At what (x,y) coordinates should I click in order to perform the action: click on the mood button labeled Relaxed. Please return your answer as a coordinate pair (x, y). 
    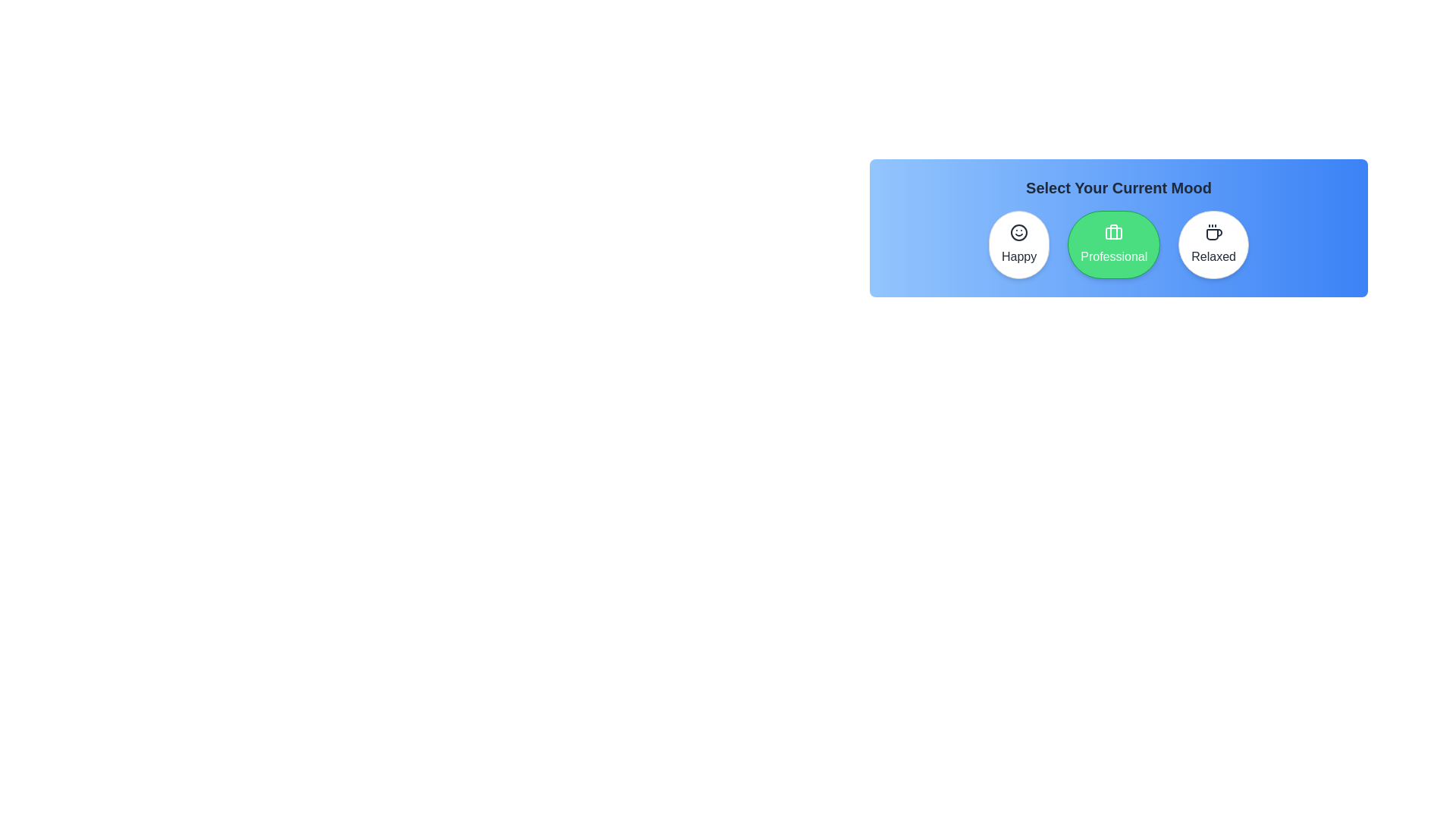
    Looking at the image, I should click on (1213, 244).